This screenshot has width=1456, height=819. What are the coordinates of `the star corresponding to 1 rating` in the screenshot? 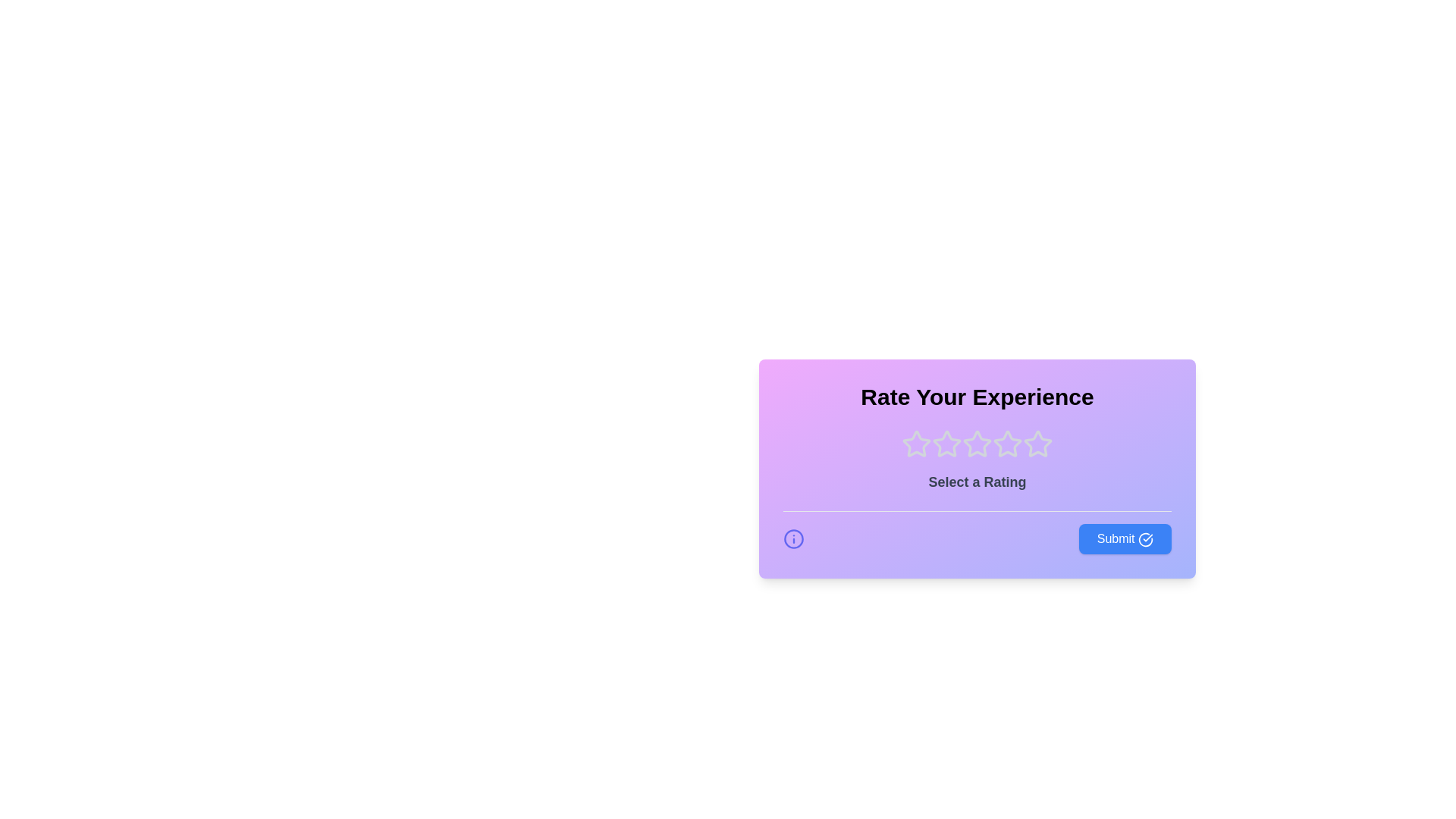 It's located at (916, 444).